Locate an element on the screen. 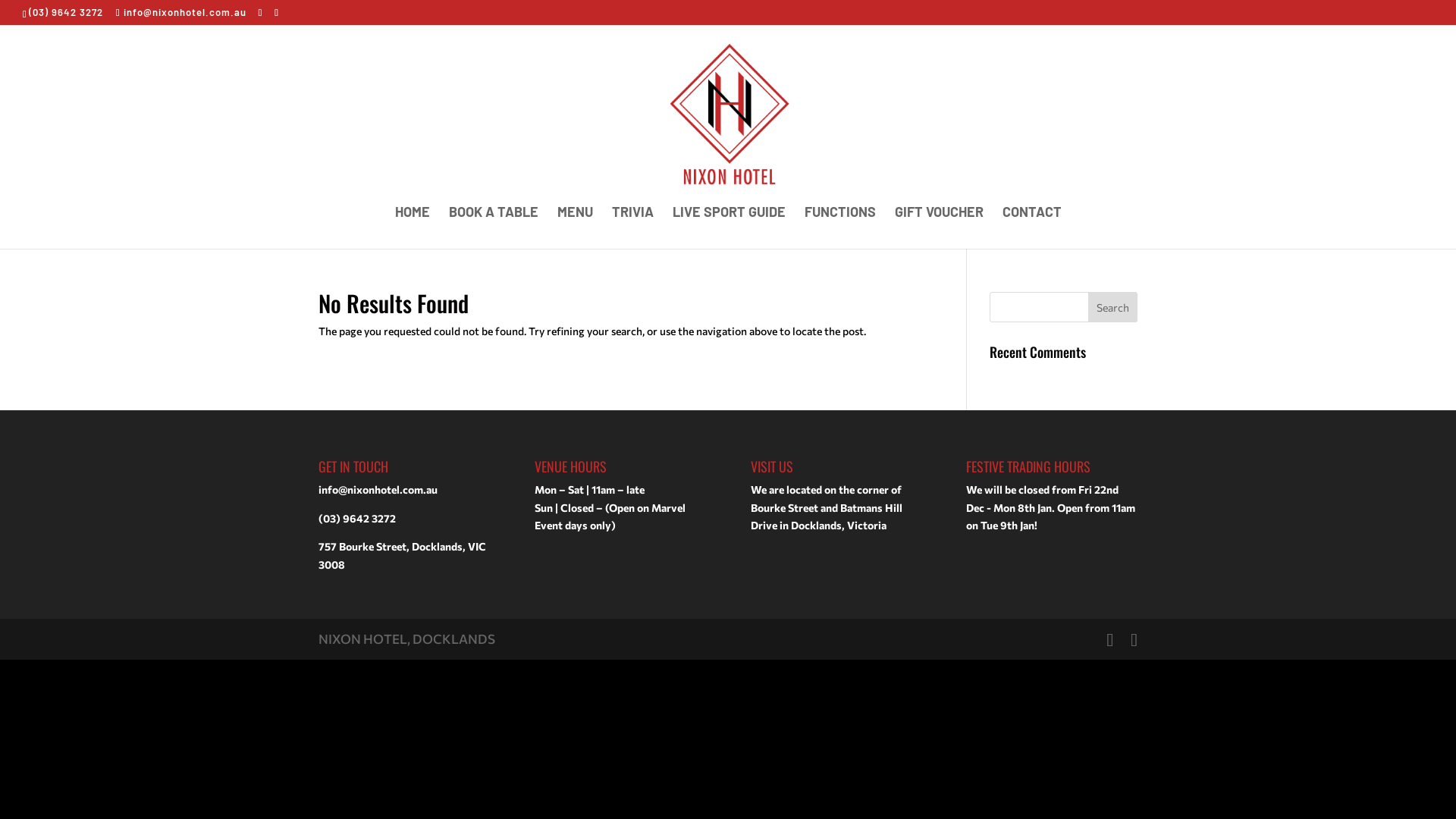 The image size is (1456, 819). 'LIVE SPORT GUIDE' is located at coordinates (728, 227).